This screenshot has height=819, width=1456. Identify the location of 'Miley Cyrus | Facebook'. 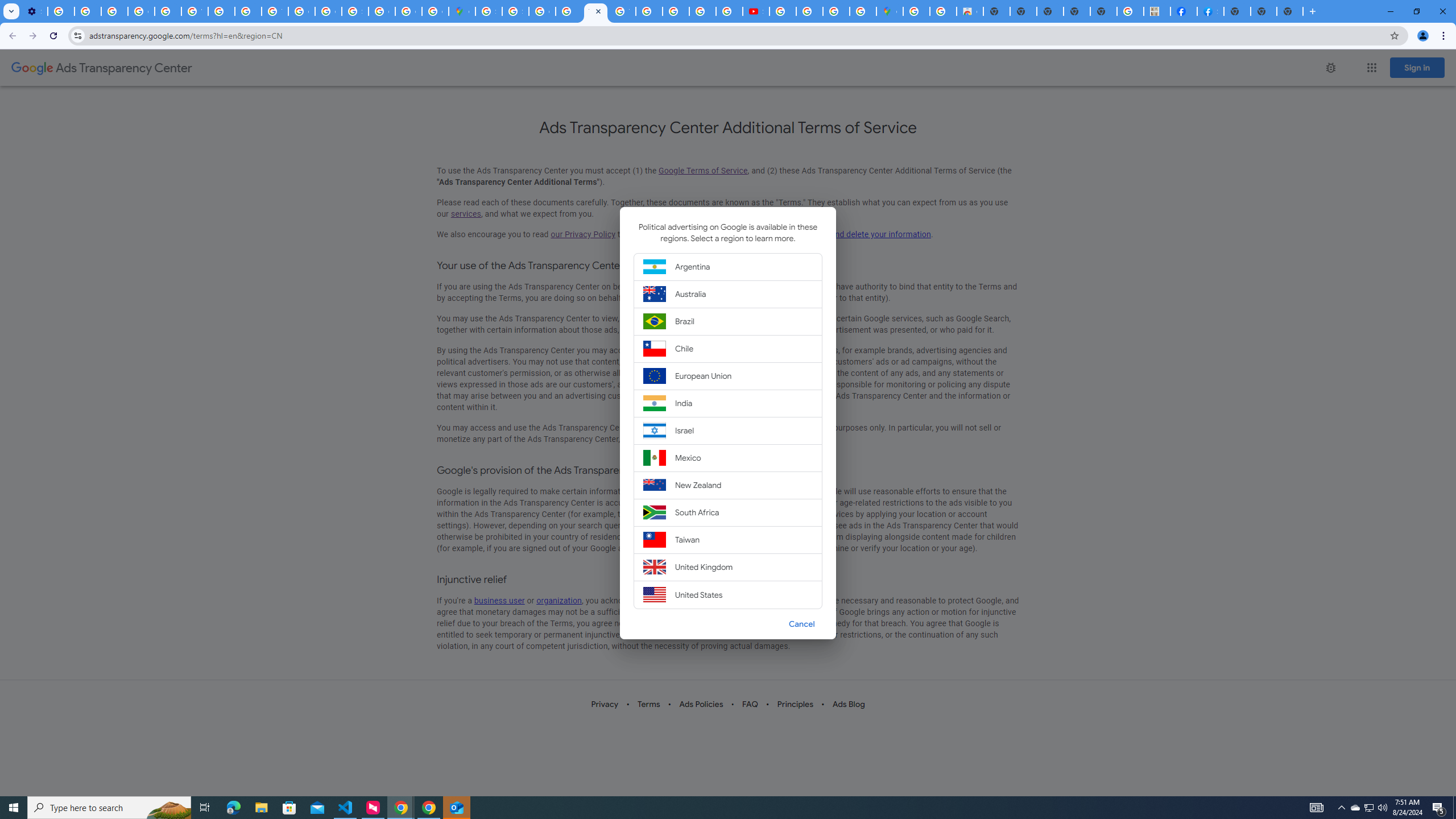
(1183, 11).